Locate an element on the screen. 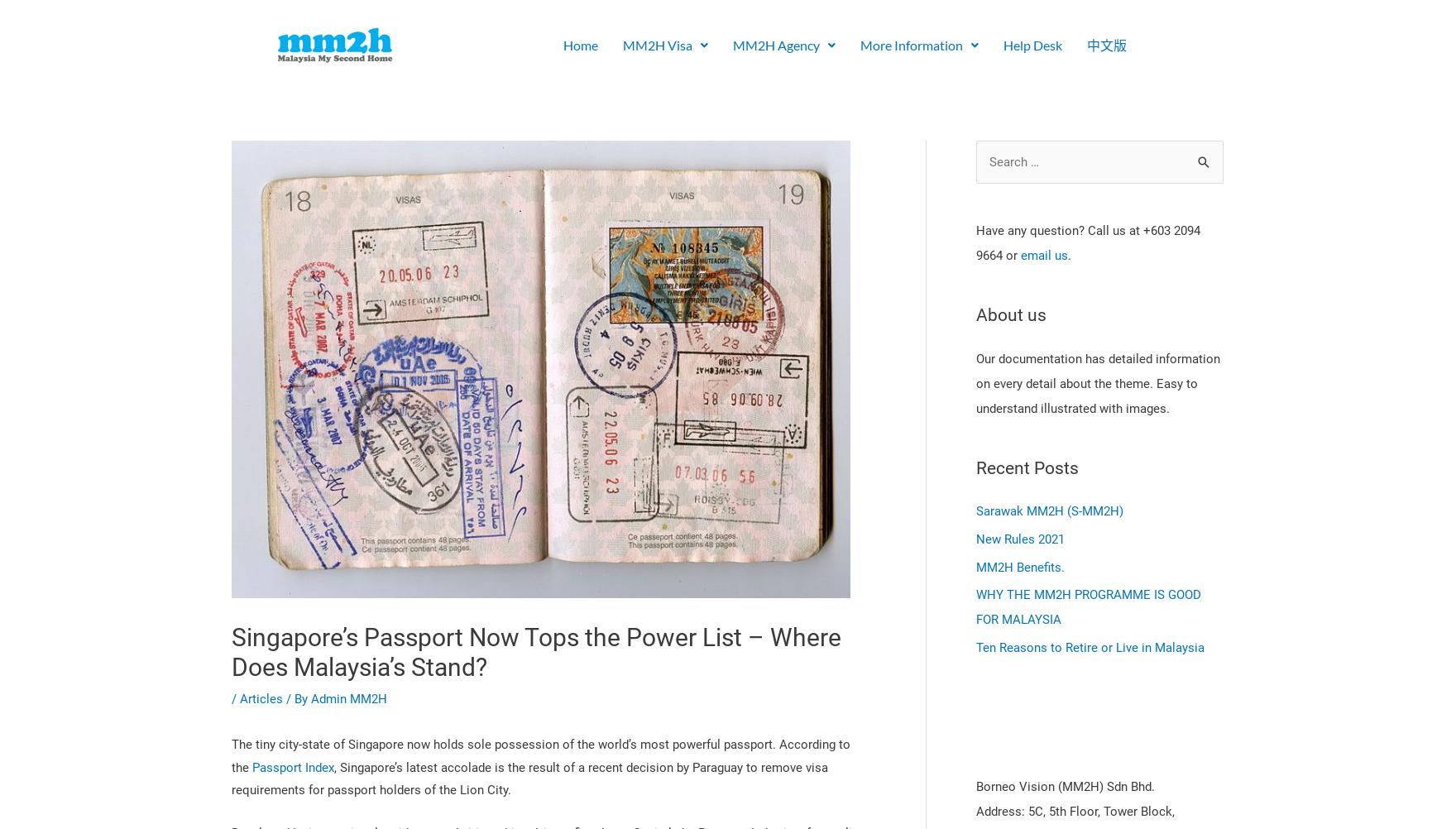 Image resolution: width=1456 pixels, height=829 pixels. 'About Us' is located at coordinates (776, 97).